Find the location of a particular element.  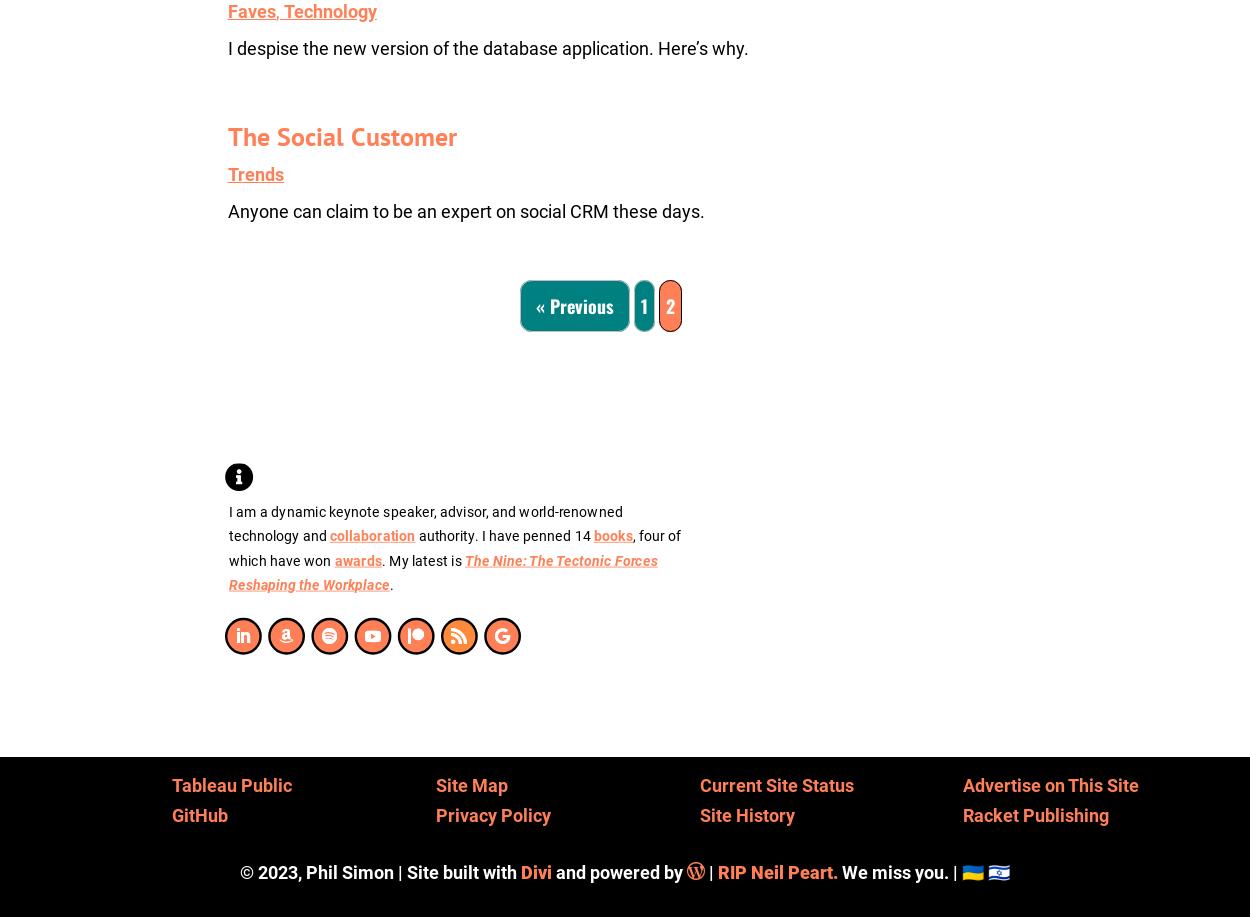

'Advertise on This Site' is located at coordinates (962, 783).